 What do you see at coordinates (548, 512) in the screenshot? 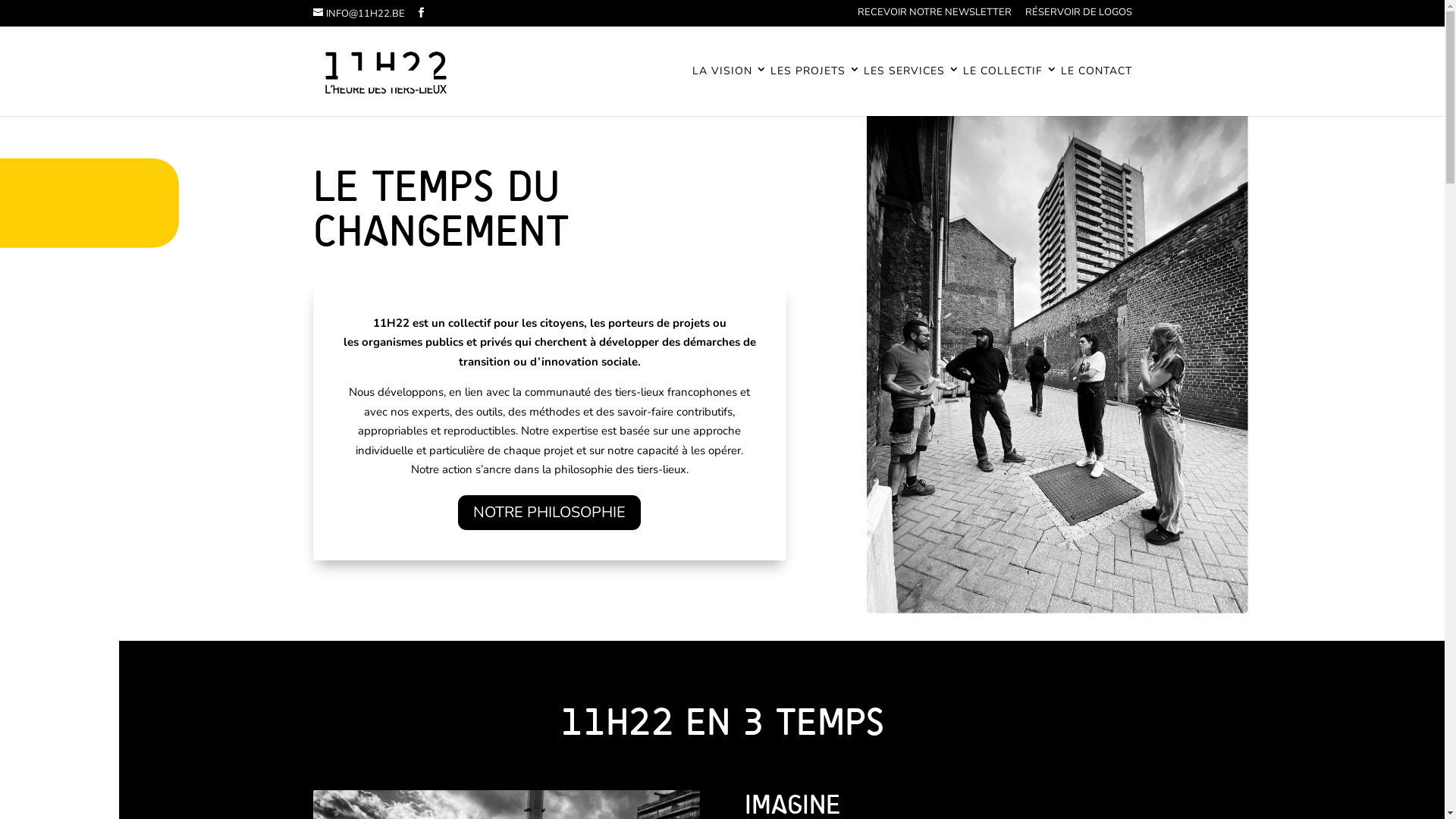
I see `'NOTRE PHILOSOPHIE'` at bounding box center [548, 512].